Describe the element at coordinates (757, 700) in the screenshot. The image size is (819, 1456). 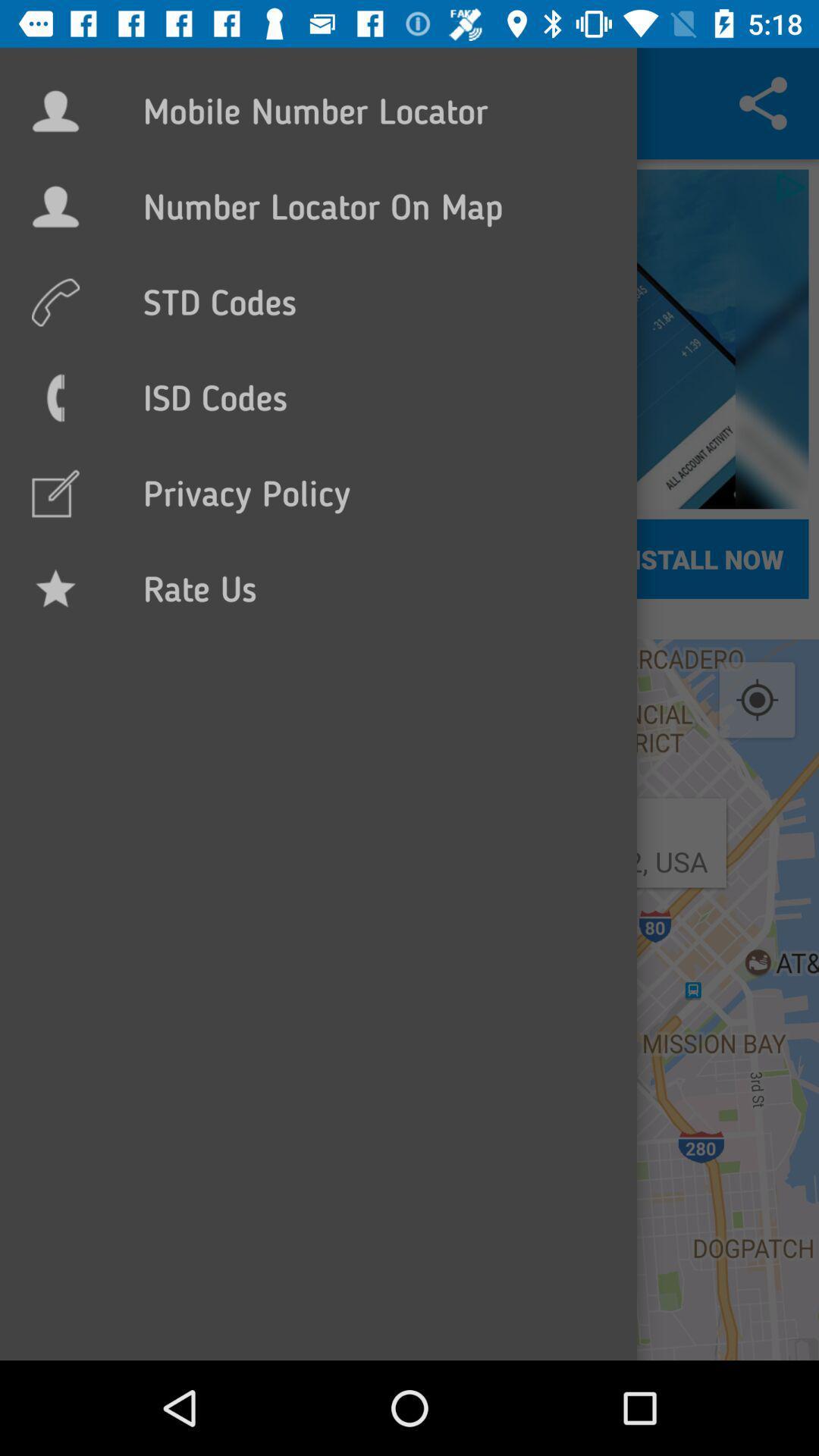
I see `the location_crosshair icon` at that location.